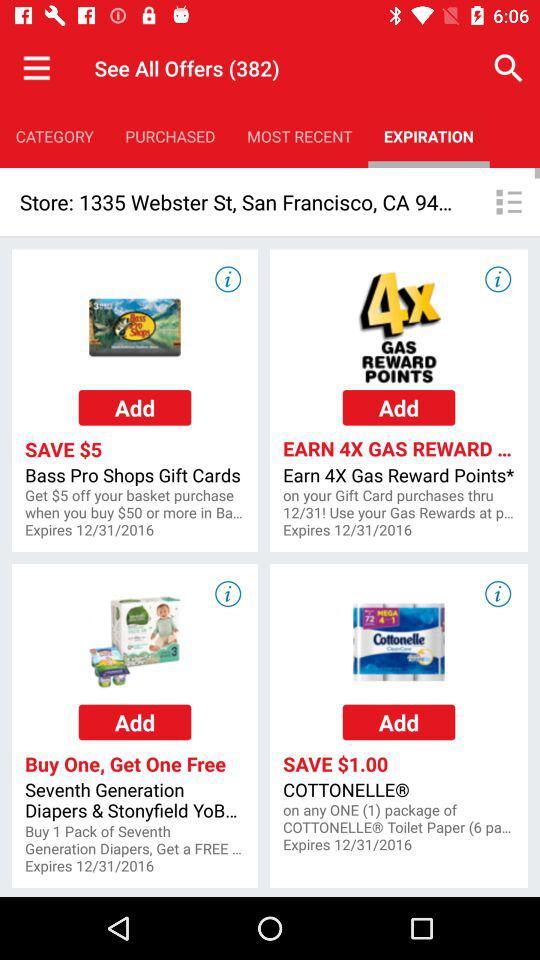 The height and width of the screenshot is (960, 540). What do you see at coordinates (135, 503) in the screenshot?
I see `app above the expires 12 31 app` at bounding box center [135, 503].